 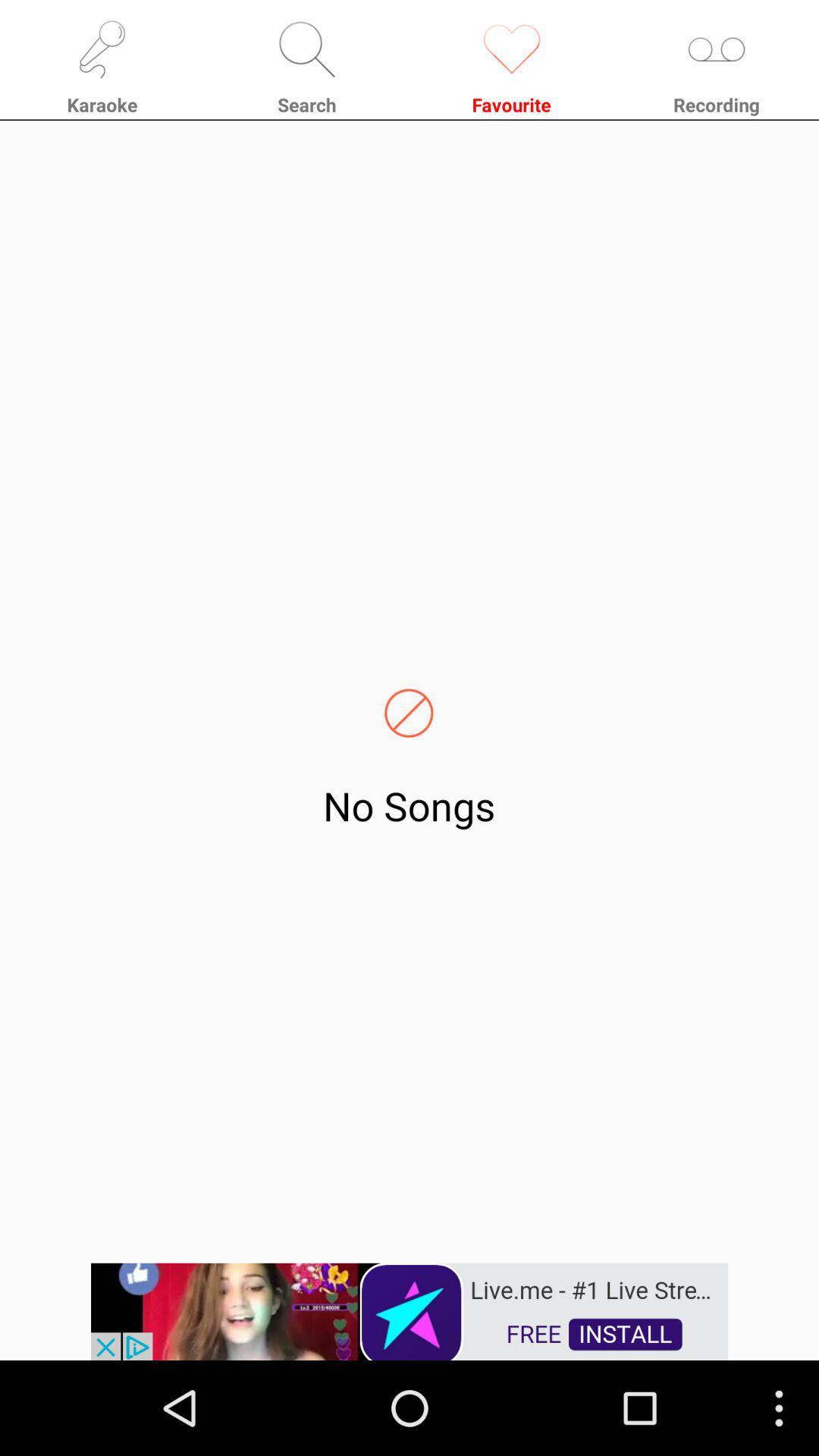 What do you see at coordinates (409, 1310) in the screenshot?
I see `remove the add` at bounding box center [409, 1310].